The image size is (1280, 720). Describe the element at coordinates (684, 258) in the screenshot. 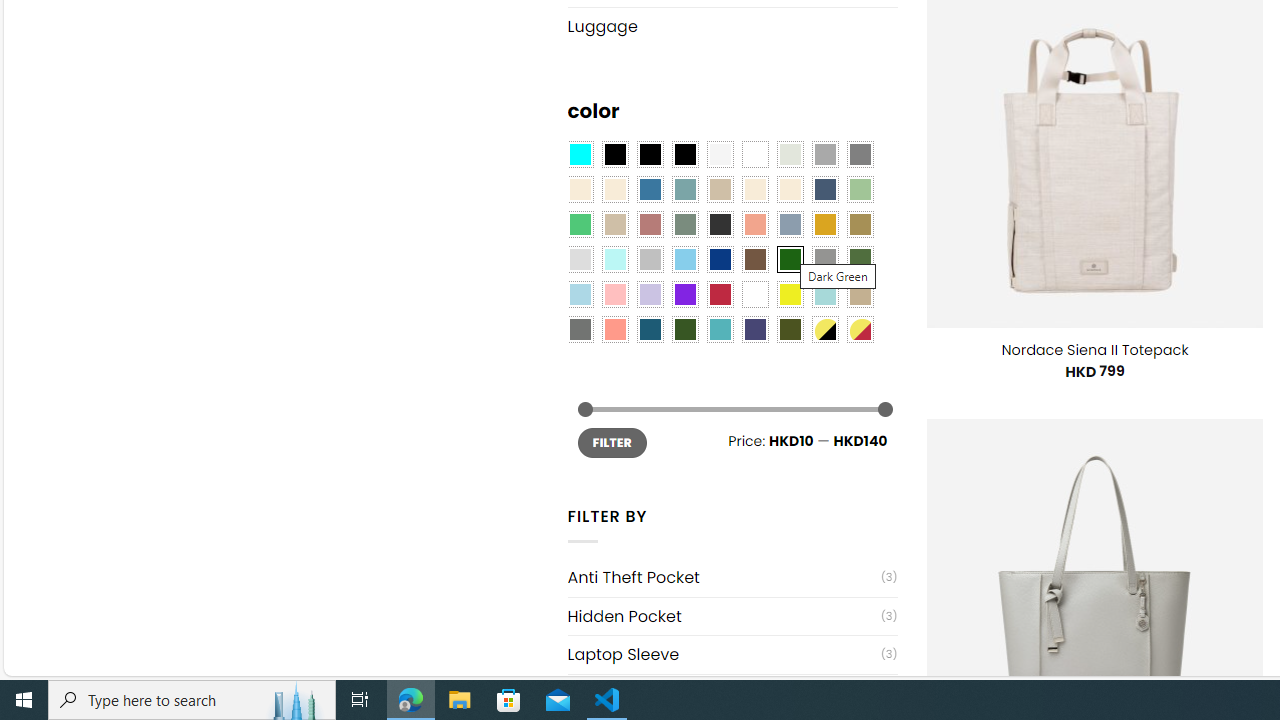

I see `'Sky Blue'` at that location.